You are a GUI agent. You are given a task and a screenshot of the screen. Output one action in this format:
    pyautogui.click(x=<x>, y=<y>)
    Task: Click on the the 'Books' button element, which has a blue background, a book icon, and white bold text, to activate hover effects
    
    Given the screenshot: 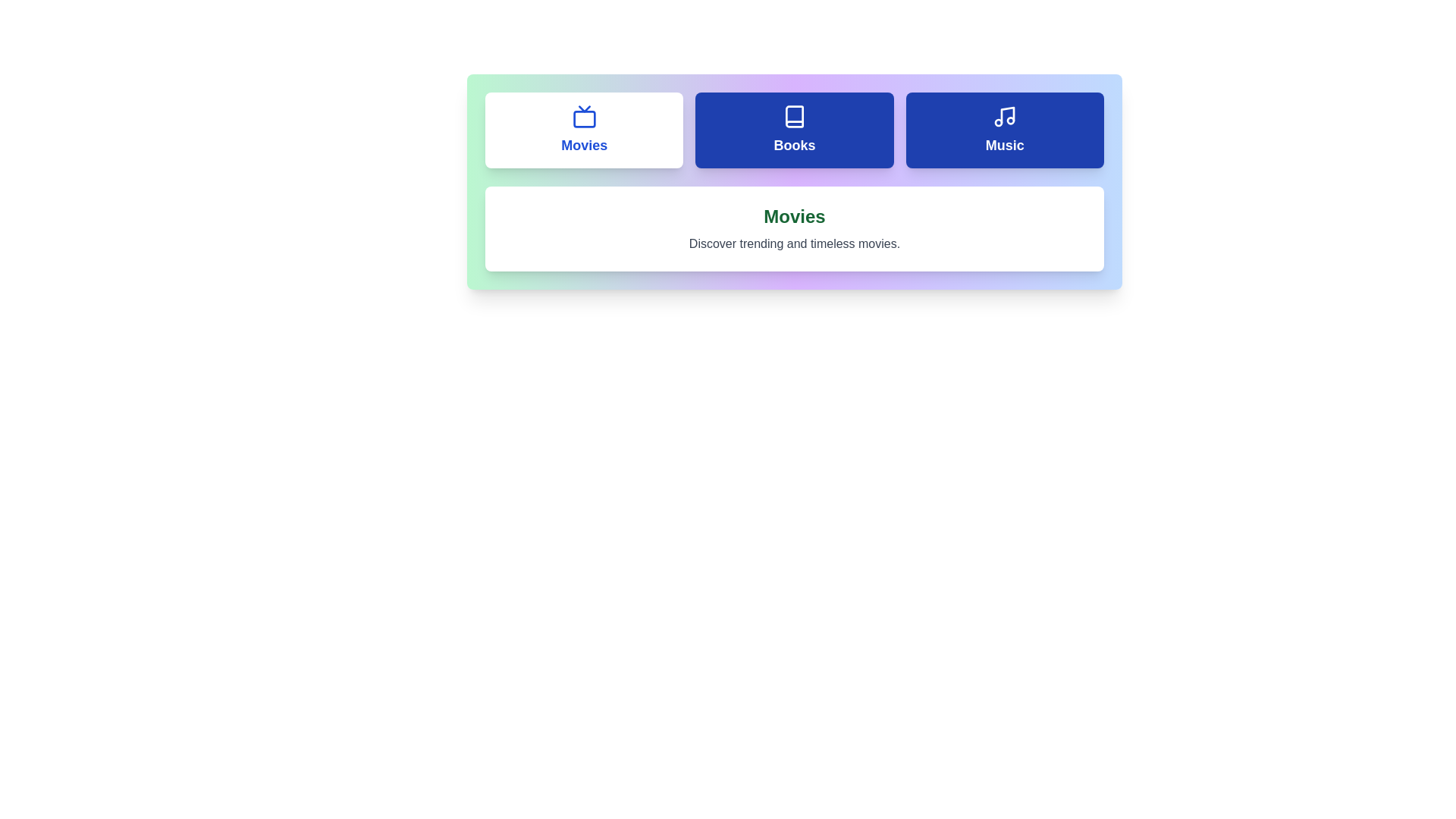 What is the action you would take?
    pyautogui.click(x=793, y=130)
    